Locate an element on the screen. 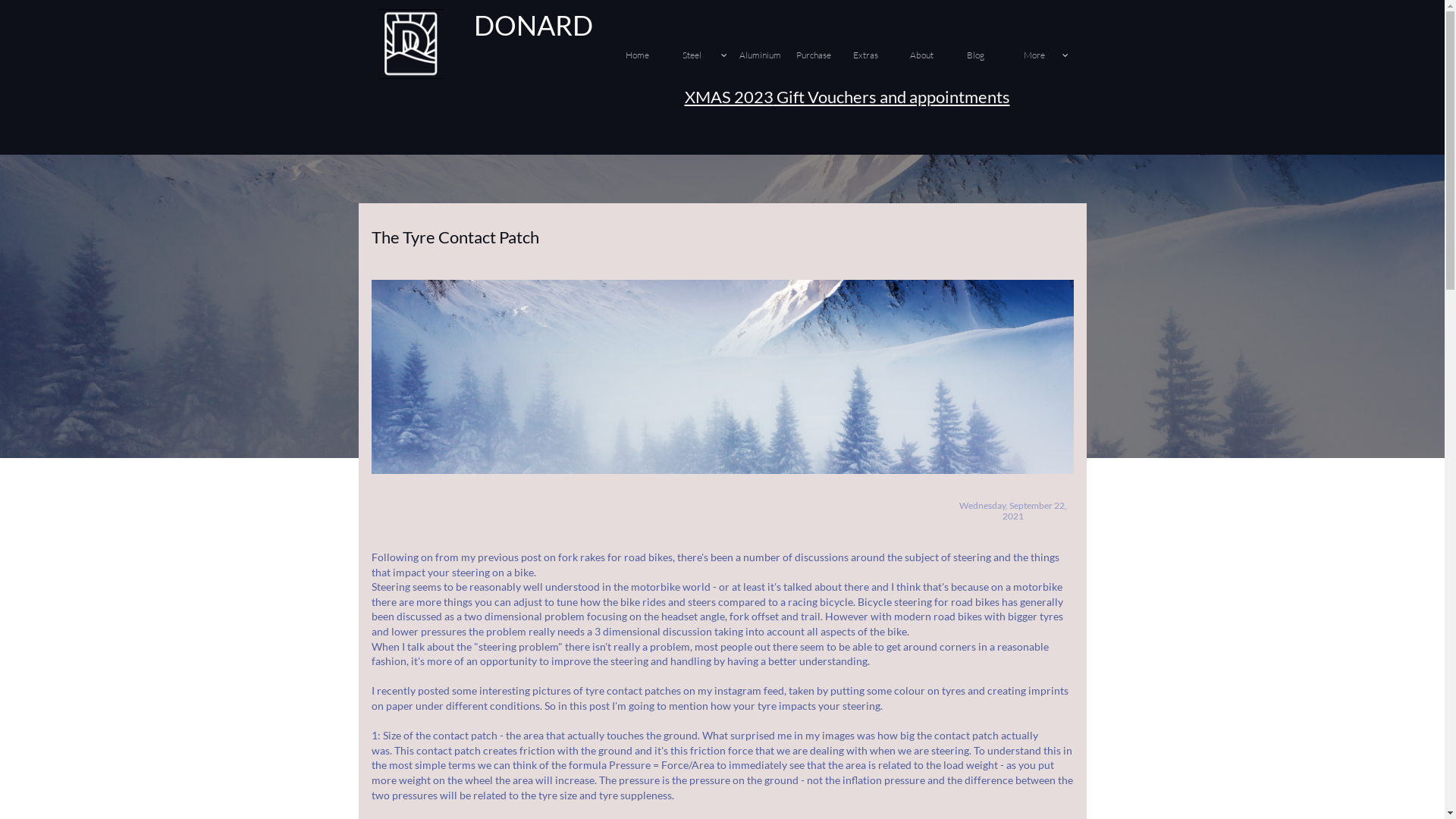  'XMAS 2023' is located at coordinates (728, 96).